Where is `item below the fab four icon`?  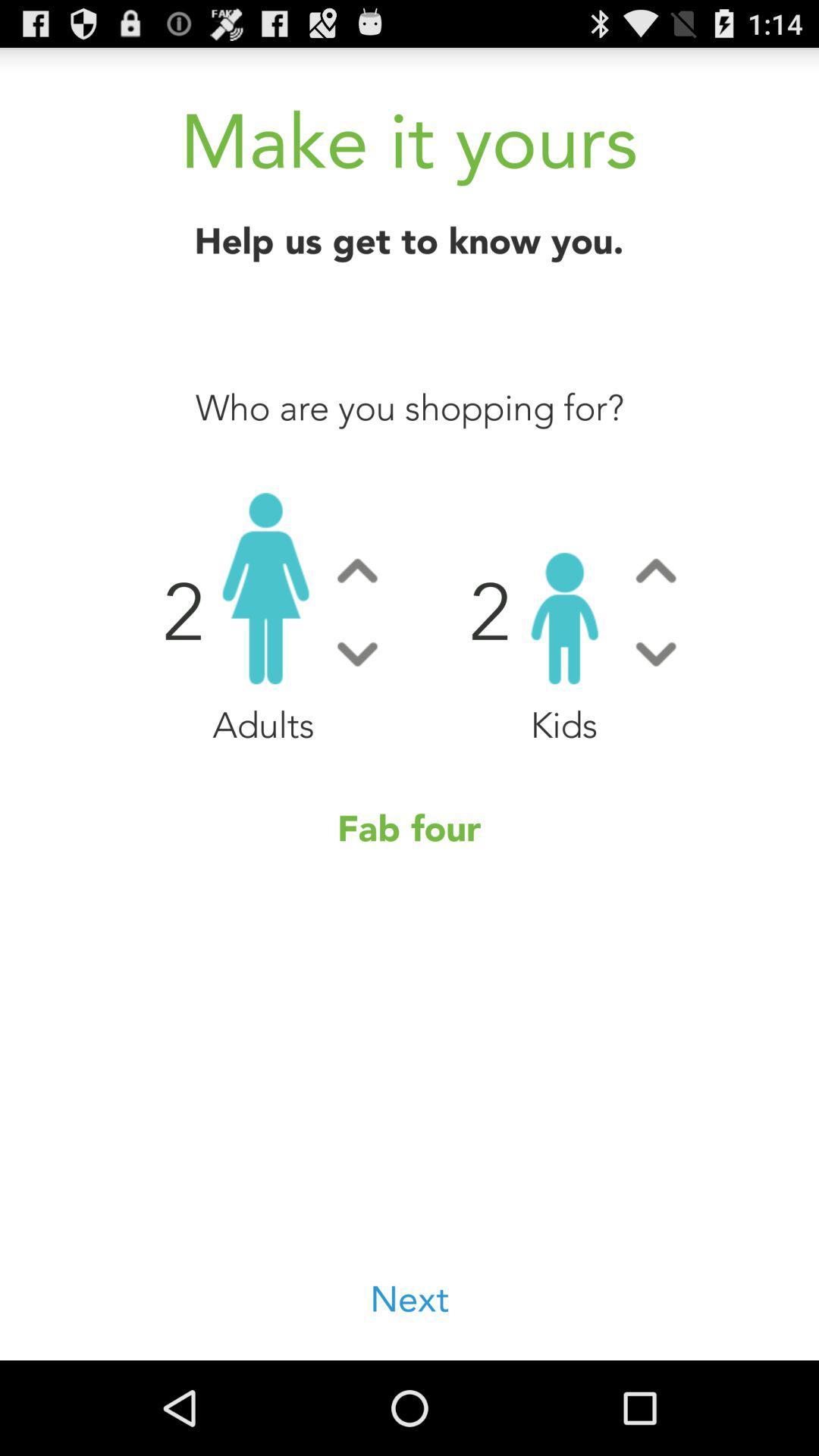 item below the fab four icon is located at coordinates (409, 1300).